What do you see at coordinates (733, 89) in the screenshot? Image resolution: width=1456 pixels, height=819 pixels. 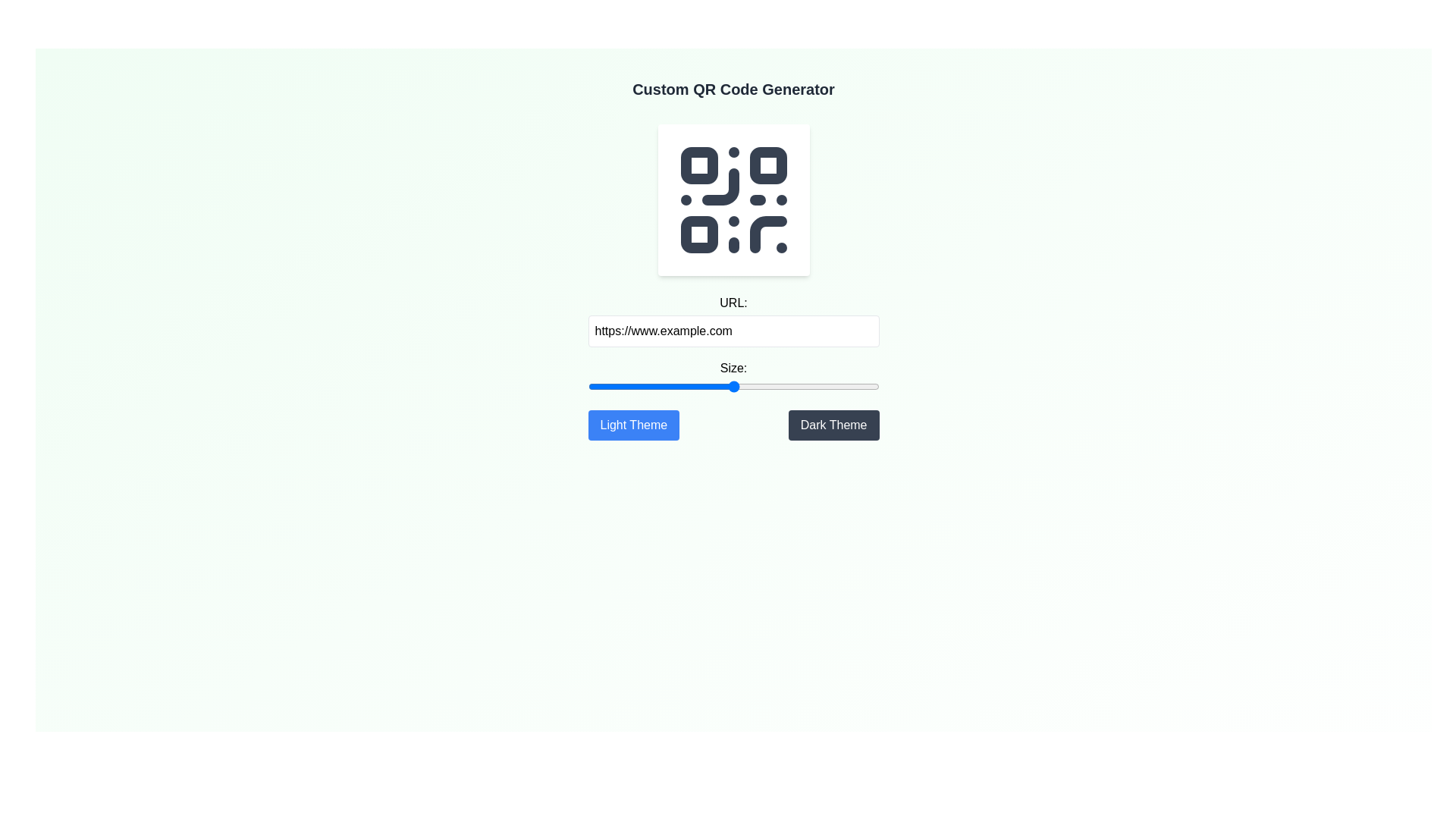 I see `static text element that serves as a heading or title, positioned at the upper center of the interface above the QR code image and input fields` at bounding box center [733, 89].